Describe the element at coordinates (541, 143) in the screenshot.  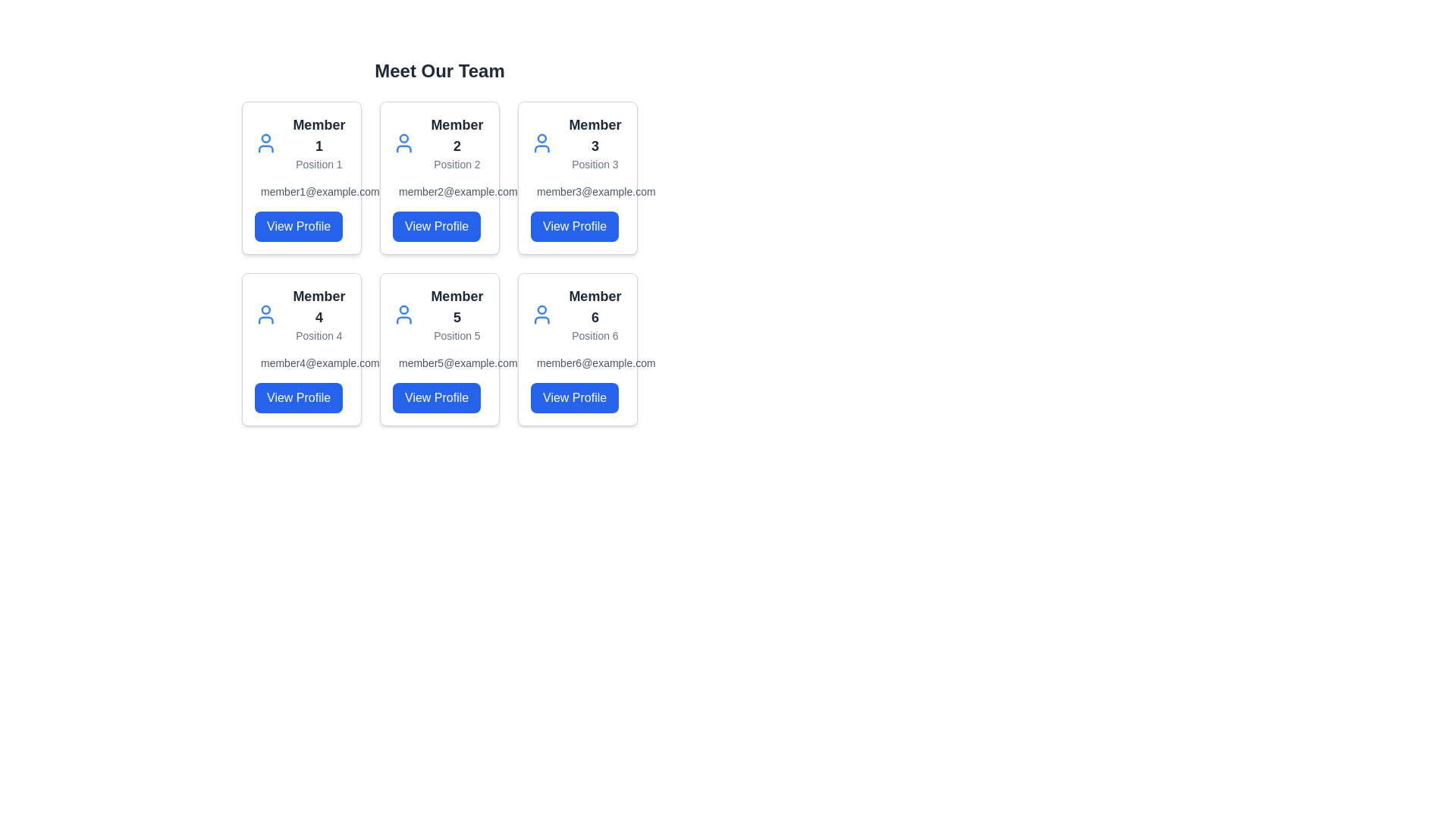
I see `the profile icon for 'Member 3' located in the top-right segment of the card layout` at that location.